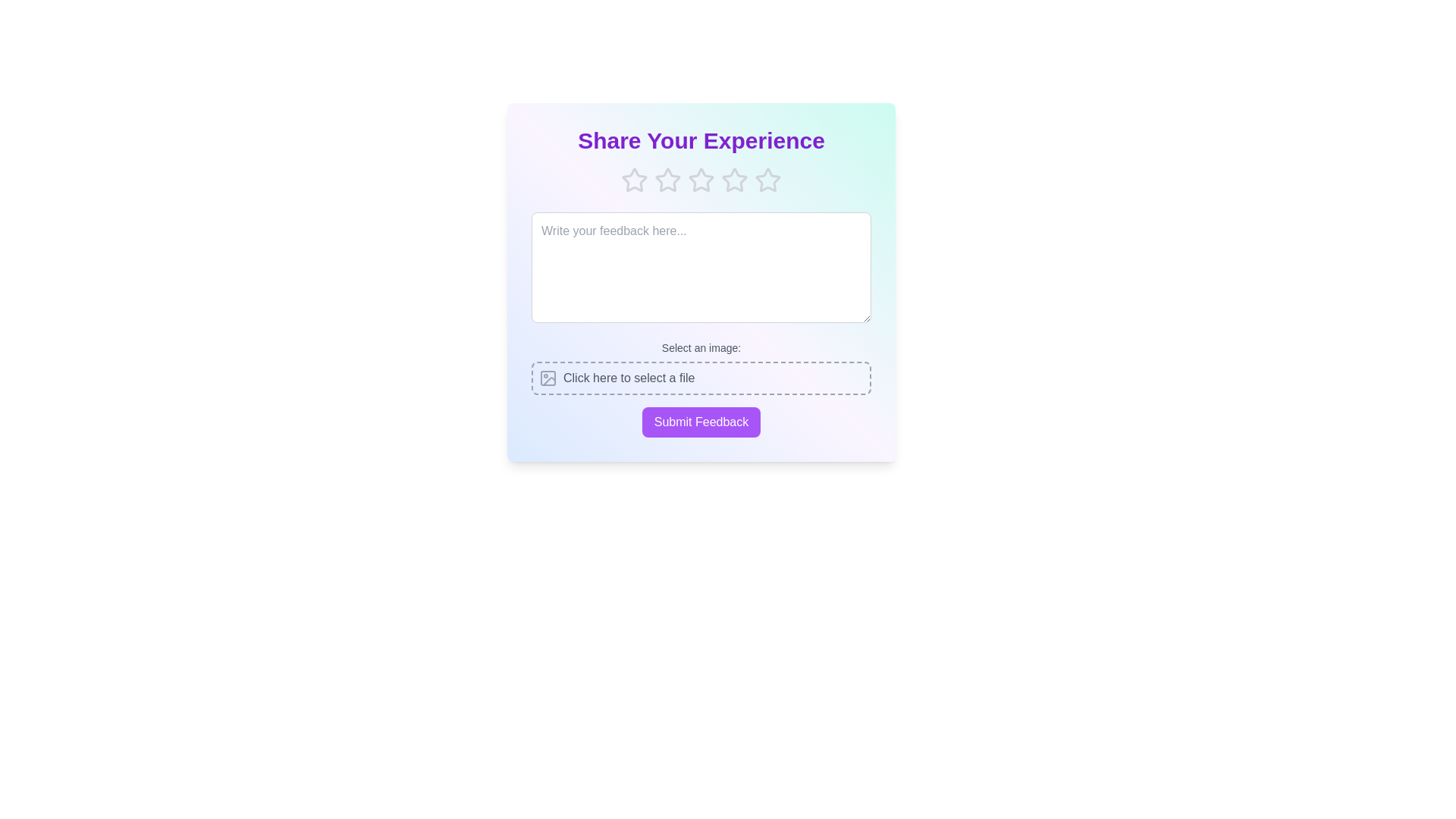 The width and height of the screenshot is (1456, 819). Describe the element at coordinates (701, 377) in the screenshot. I see `the area labeled 'Click here to select a file' to initiate the file selection process` at that location.